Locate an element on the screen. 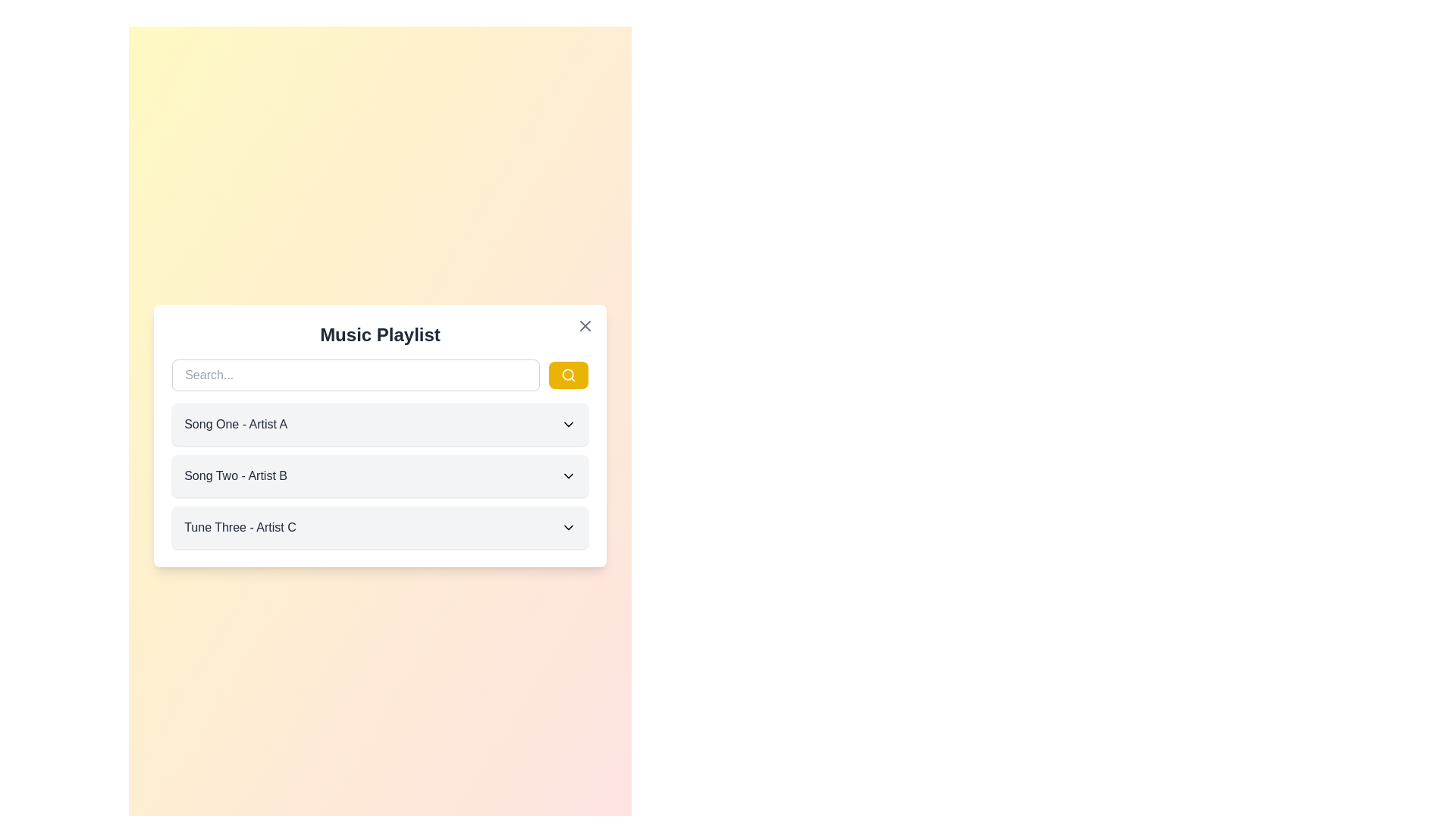 Image resolution: width=1456 pixels, height=819 pixels. the second item labeled 'Song Two - Artist B' in the vertically stacked music playlist to interact with it is located at coordinates (380, 475).